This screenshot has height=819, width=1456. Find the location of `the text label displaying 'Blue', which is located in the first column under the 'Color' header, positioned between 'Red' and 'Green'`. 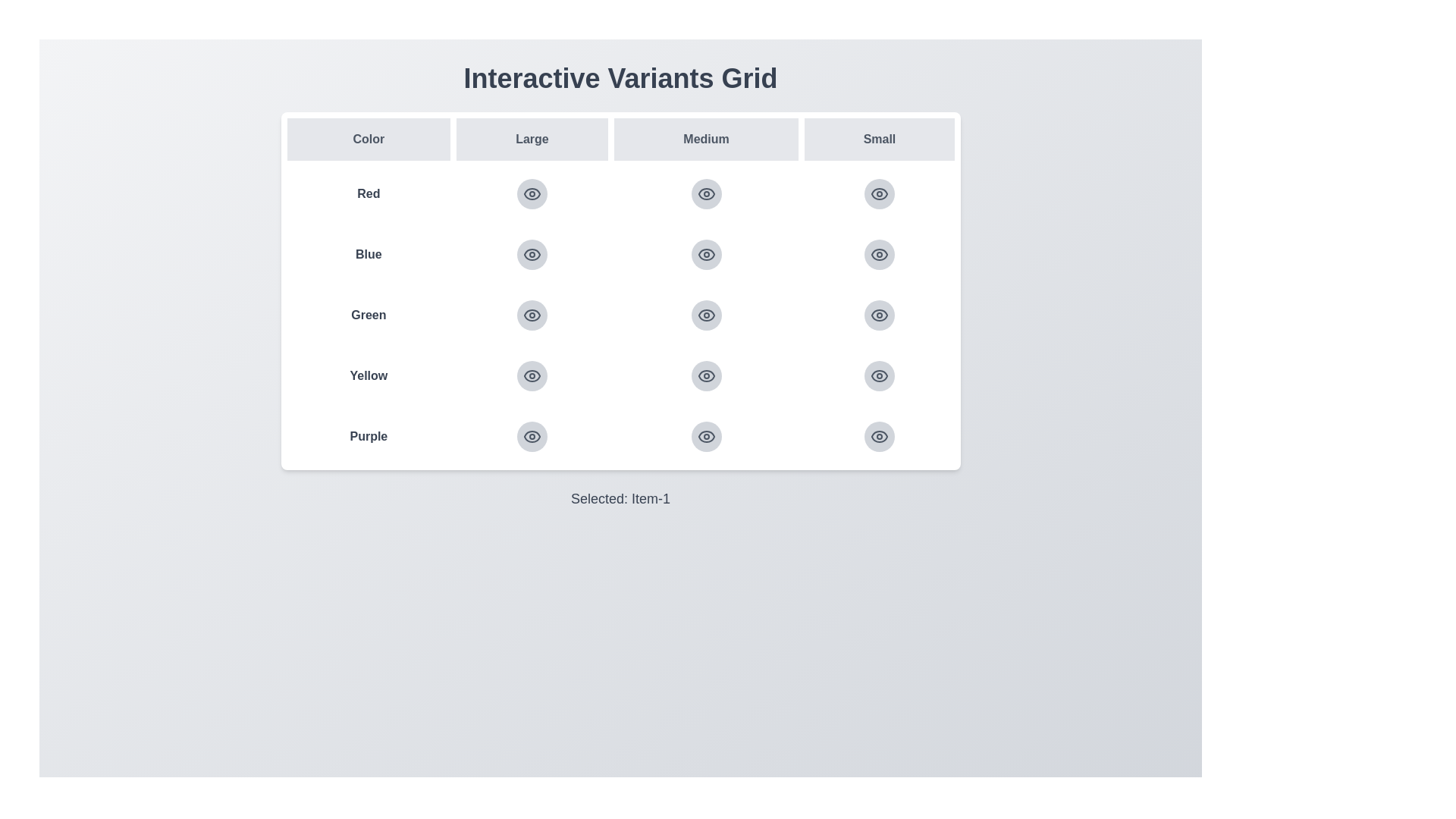

the text label displaying 'Blue', which is located in the first column under the 'Color' header, positioned between 'Red' and 'Green' is located at coordinates (369, 253).